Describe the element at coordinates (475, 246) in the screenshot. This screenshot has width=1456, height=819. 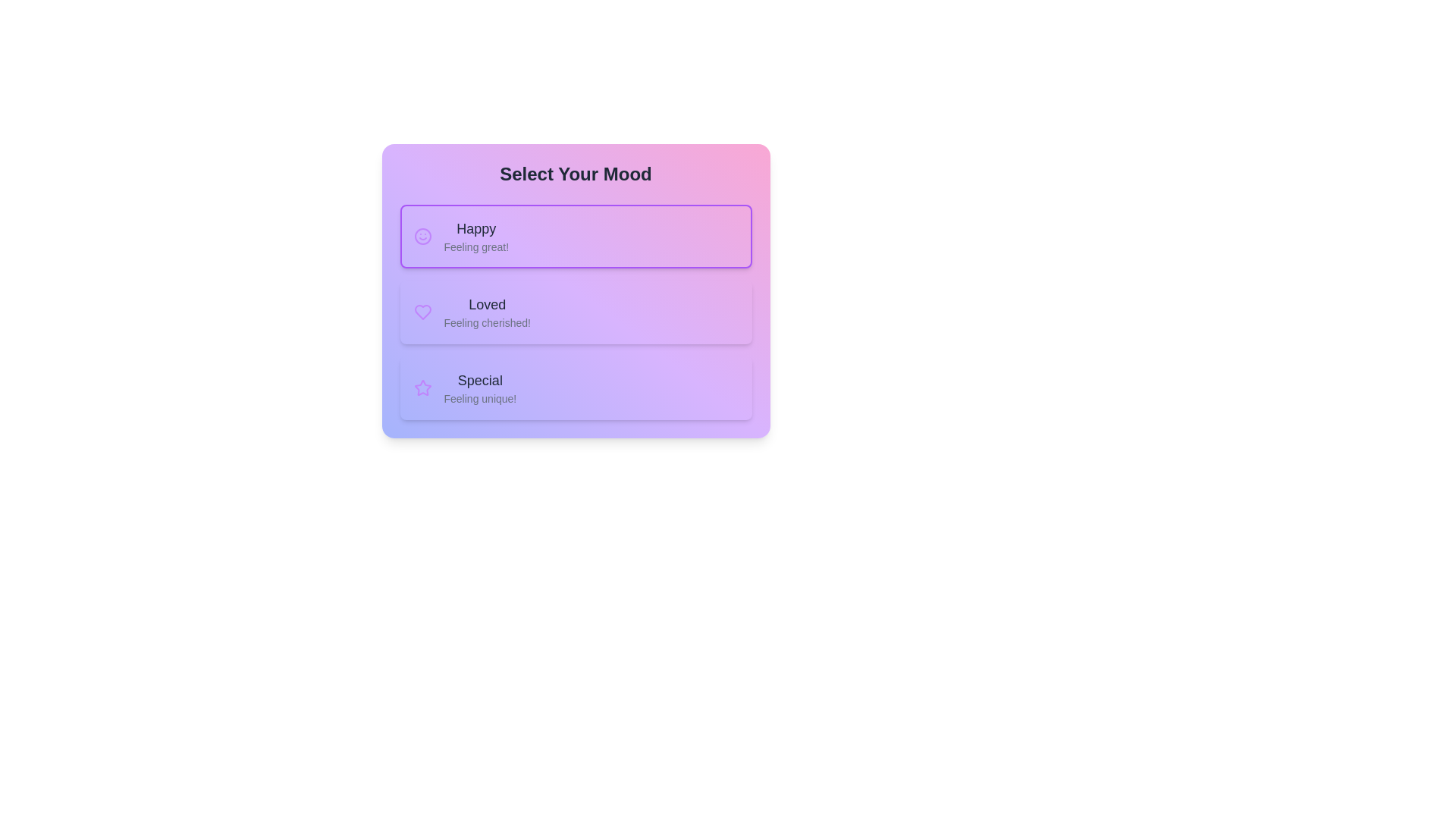
I see `informational text label located directly beneath the 'Happy' mood option in the vertical list of mood options` at that location.